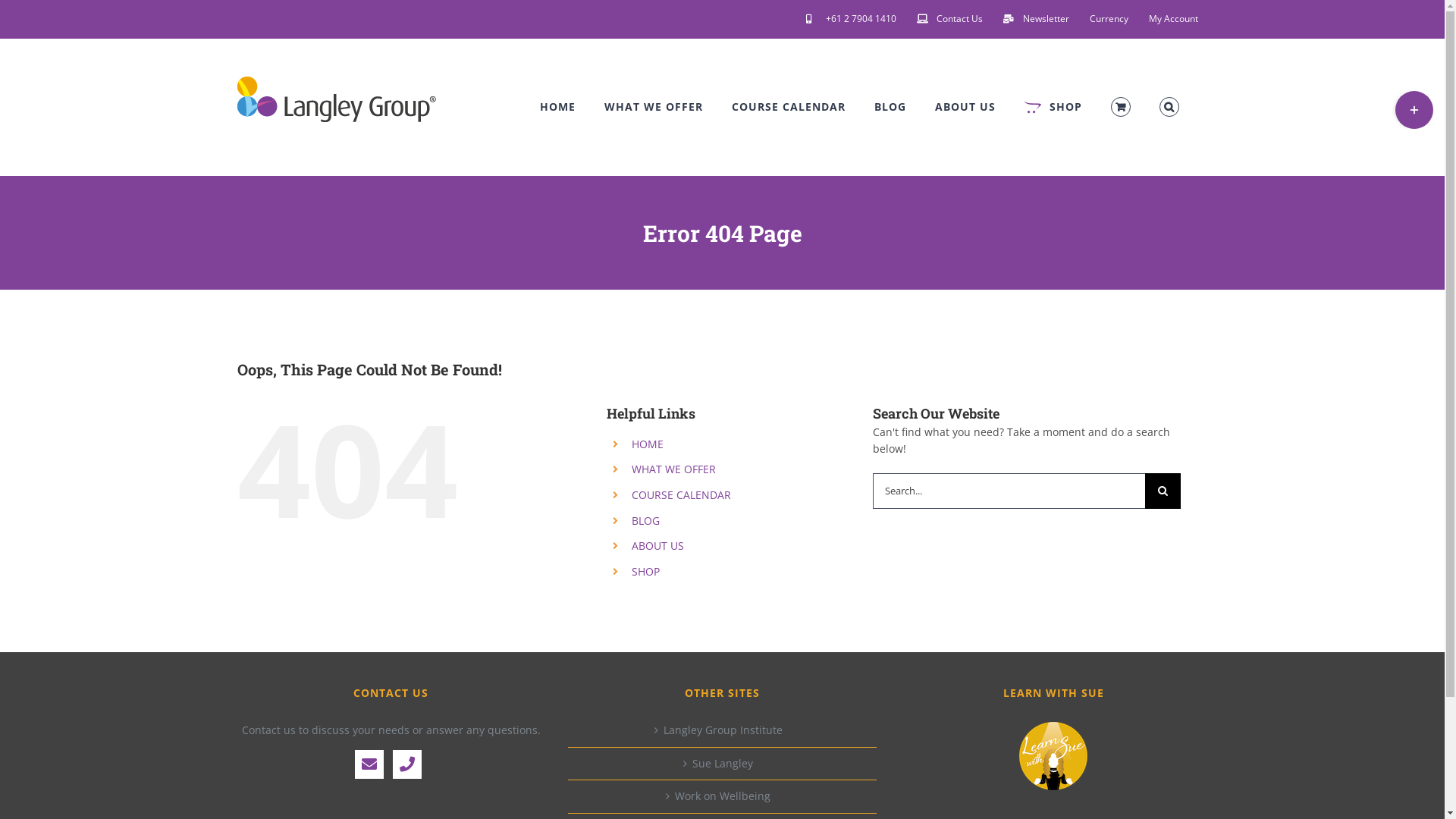 This screenshot has height=819, width=1456. Describe the element at coordinates (964, 106) in the screenshot. I see `'ABOUT US'` at that location.